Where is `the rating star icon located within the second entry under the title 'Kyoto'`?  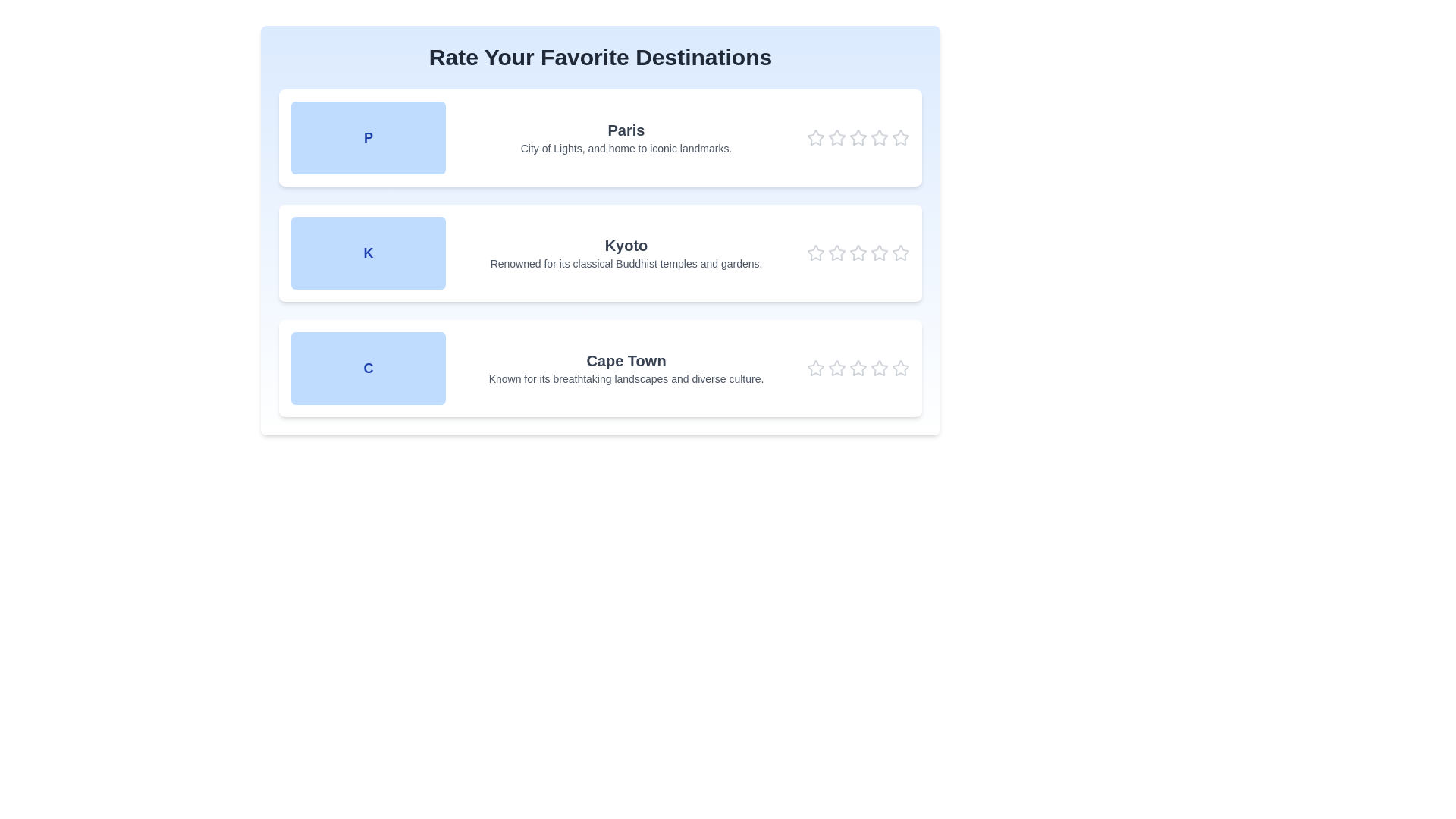
the rating star icon located within the second entry under the title 'Kyoto' is located at coordinates (901, 252).